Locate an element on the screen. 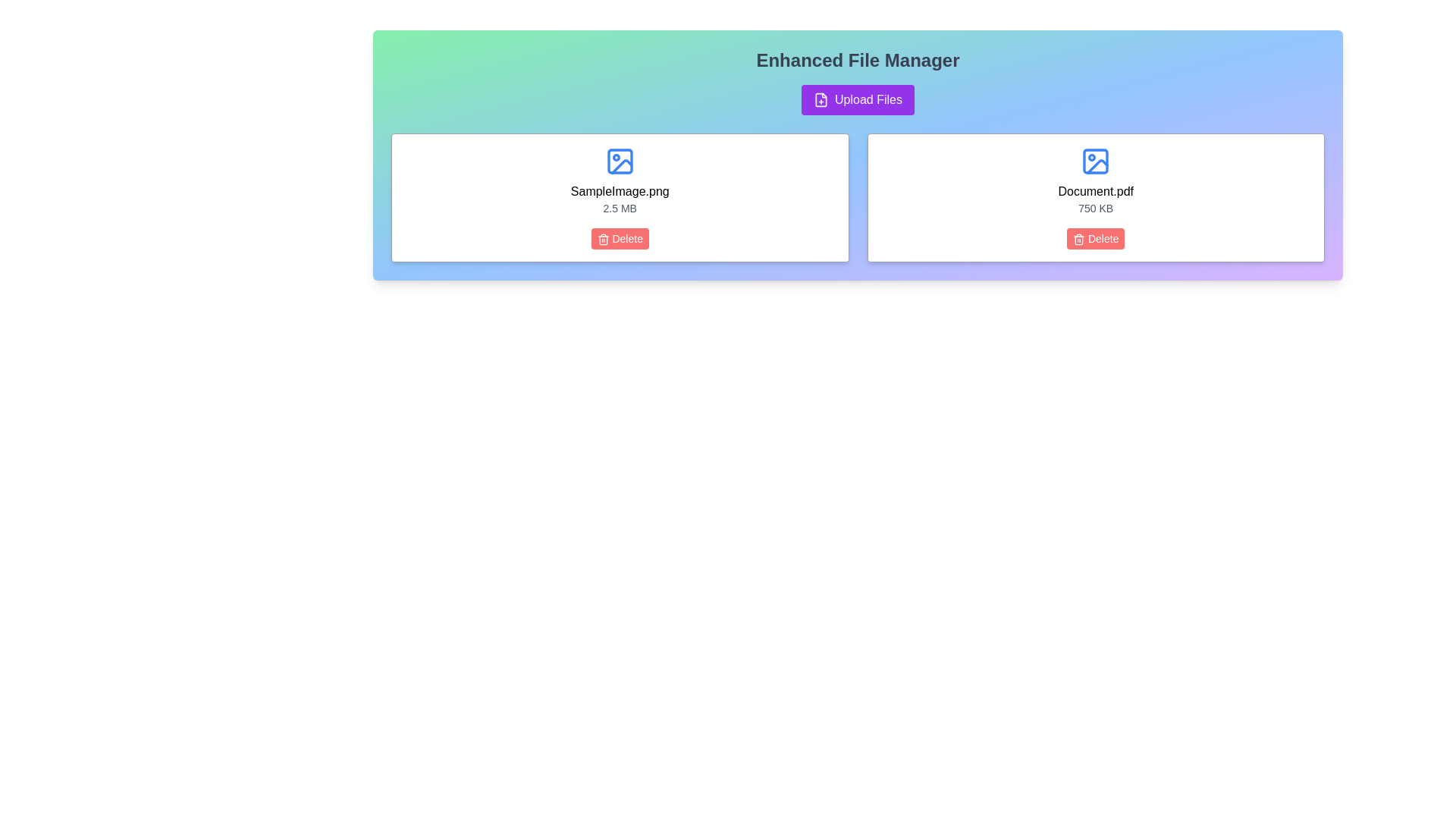 The height and width of the screenshot is (819, 1456). the static text label that displays the file size information for 'Document.pdf' in the Enhanced File Manager interface, located below the document name and above the delete button is located at coordinates (1096, 208).